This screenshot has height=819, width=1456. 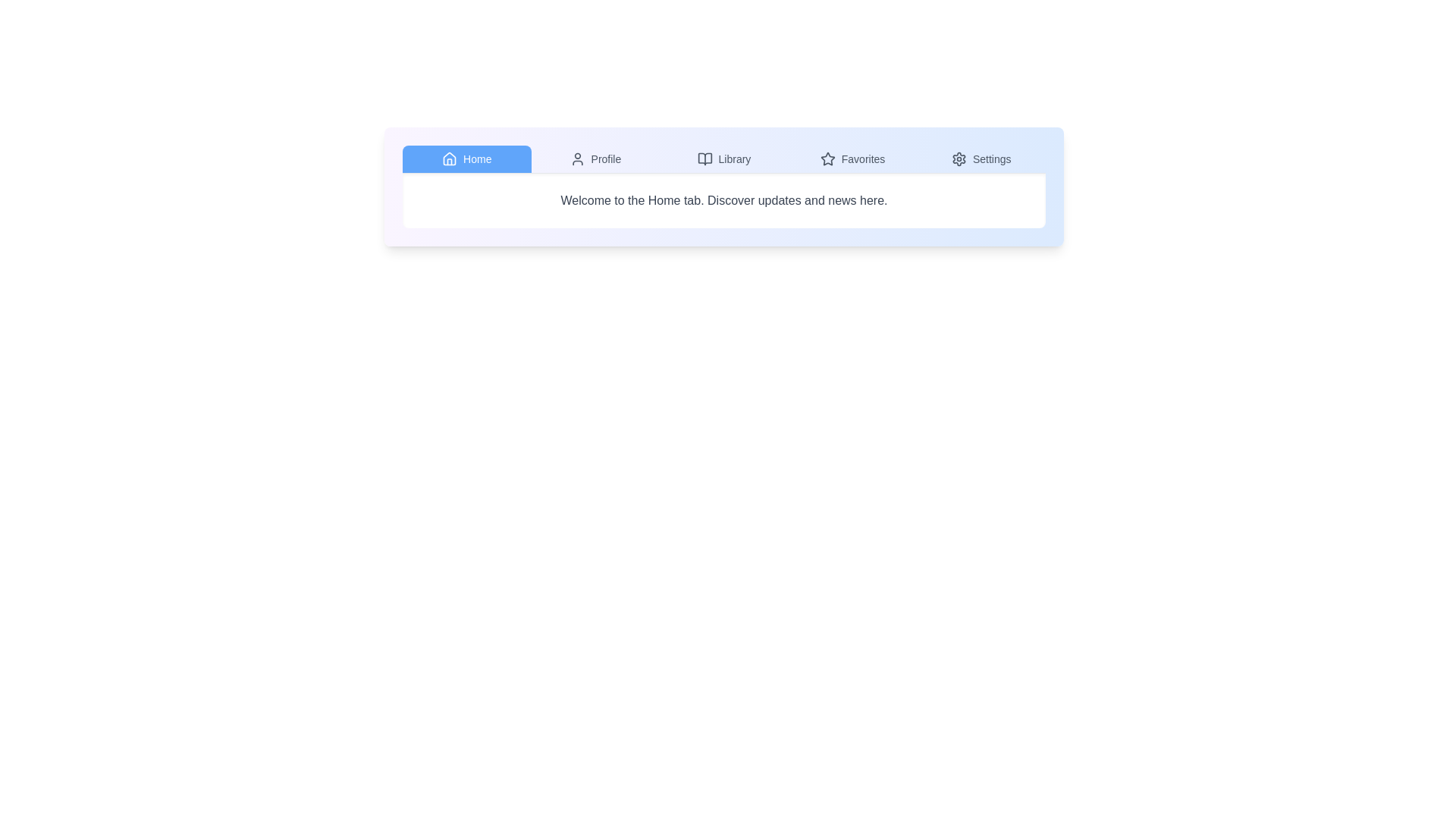 I want to click on the star-shaped icon that indicates the Favorites section in the navigation bar, so click(x=827, y=158).